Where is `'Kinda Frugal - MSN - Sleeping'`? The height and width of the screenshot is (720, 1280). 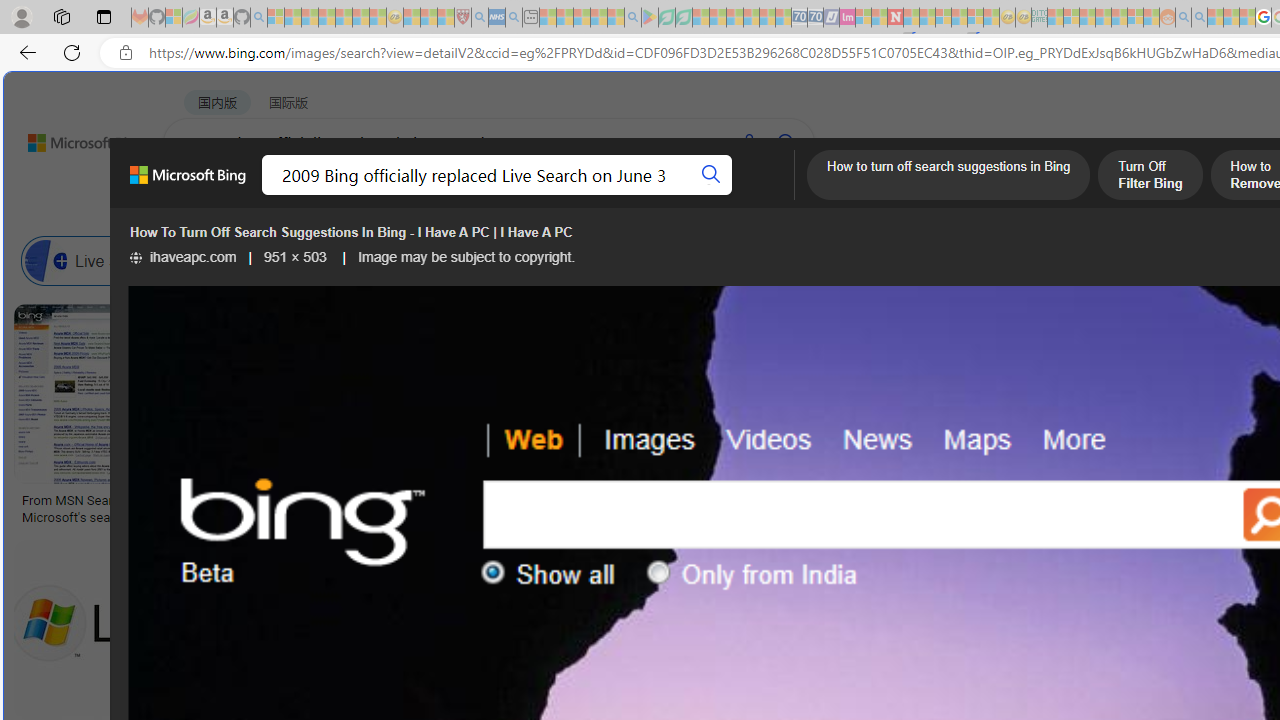 'Kinda Frugal - MSN - Sleeping' is located at coordinates (1120, 17).